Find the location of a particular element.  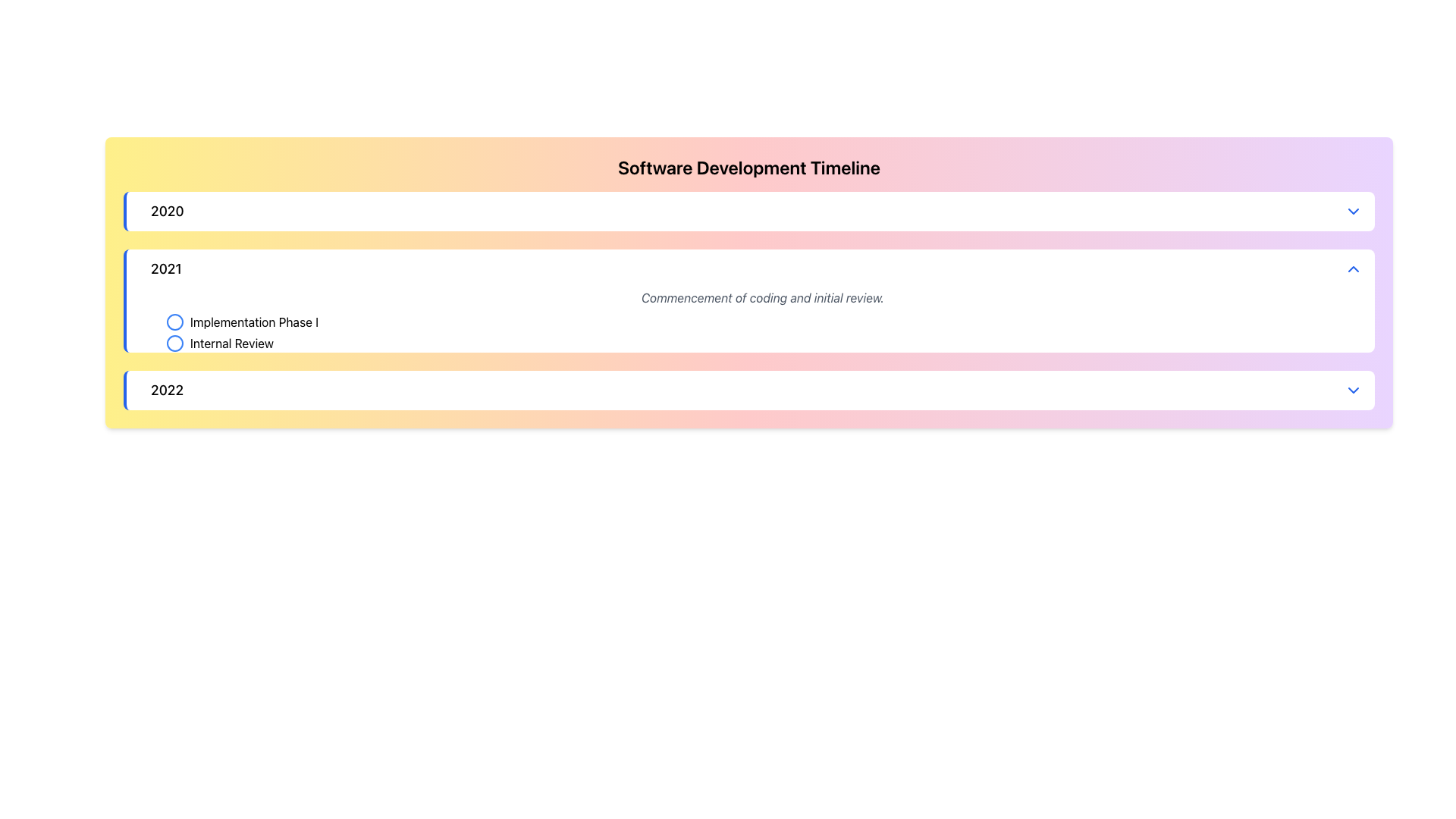

the static text label displaying the year '2020' is located at coordinates (167, 211).